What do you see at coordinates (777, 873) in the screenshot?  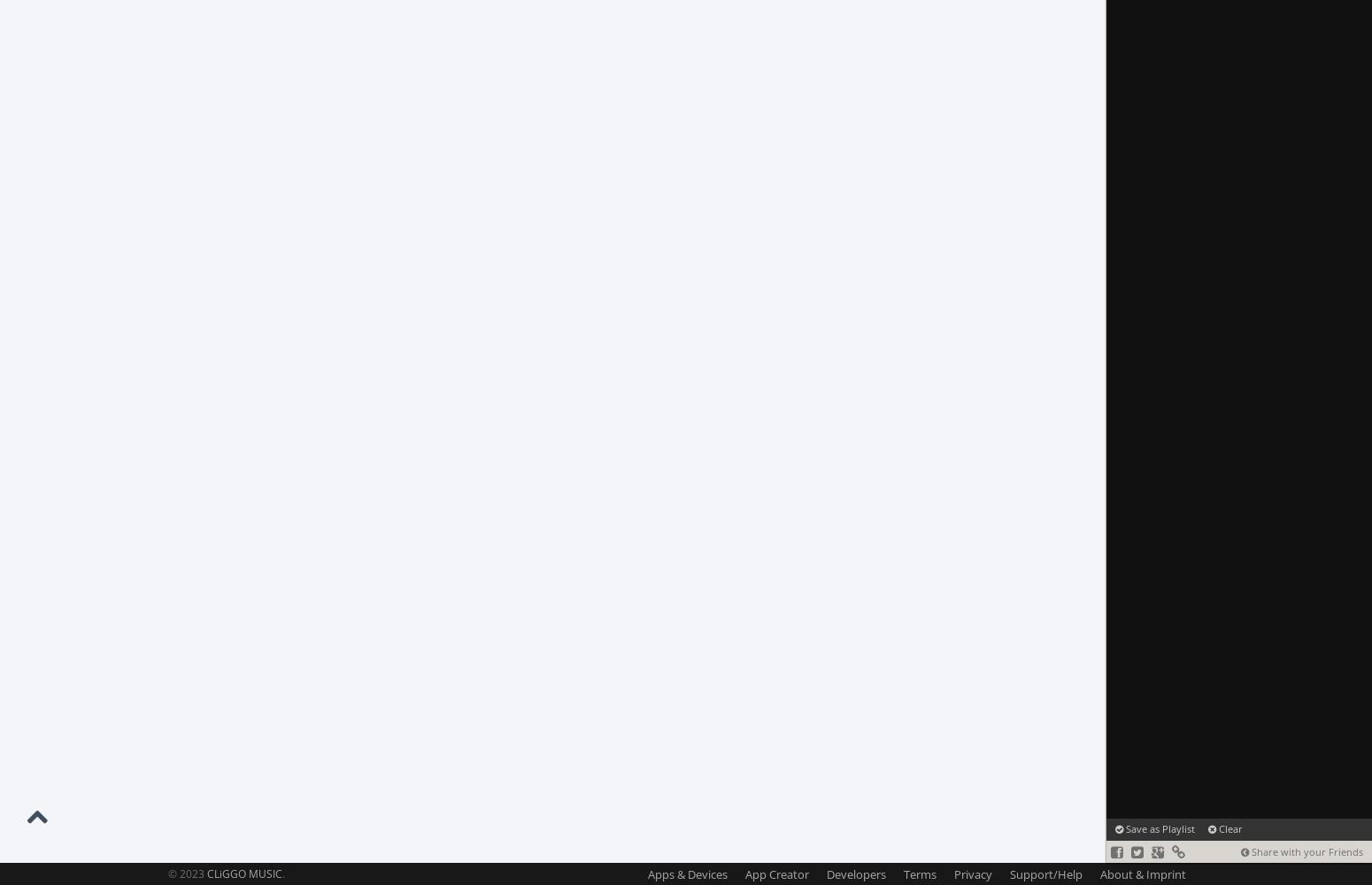 I see `'App Creator'` at bounding box center [777, 873].